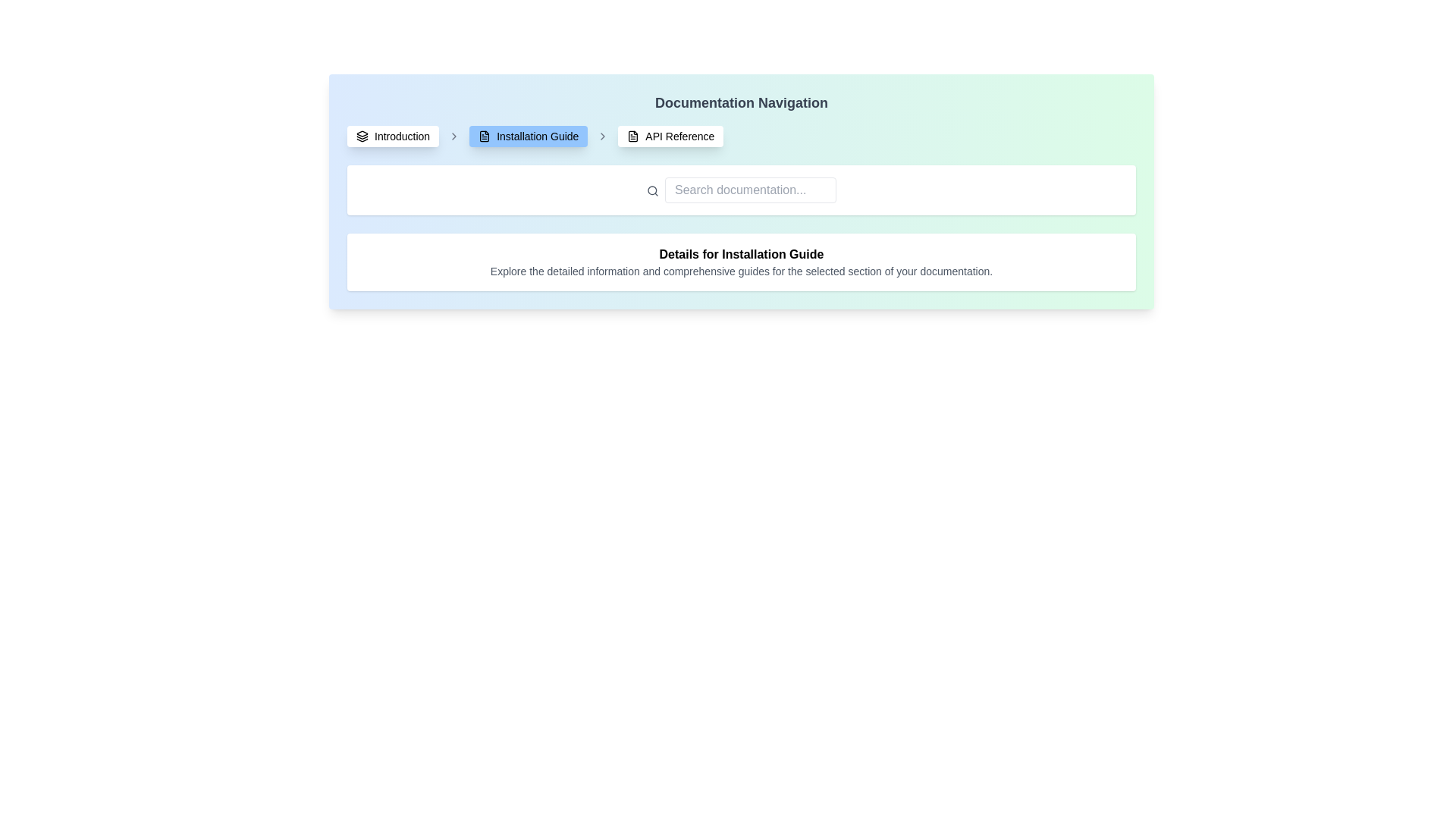 This screenshot has height=819, width=1456. What do you see at coordinates (742, 102) in the screenshot?
I see `the textual header 'Documentation Navigation' which is styled with a bold gray font and located at the top of the gradient content box` at bounding box center [742, 102].